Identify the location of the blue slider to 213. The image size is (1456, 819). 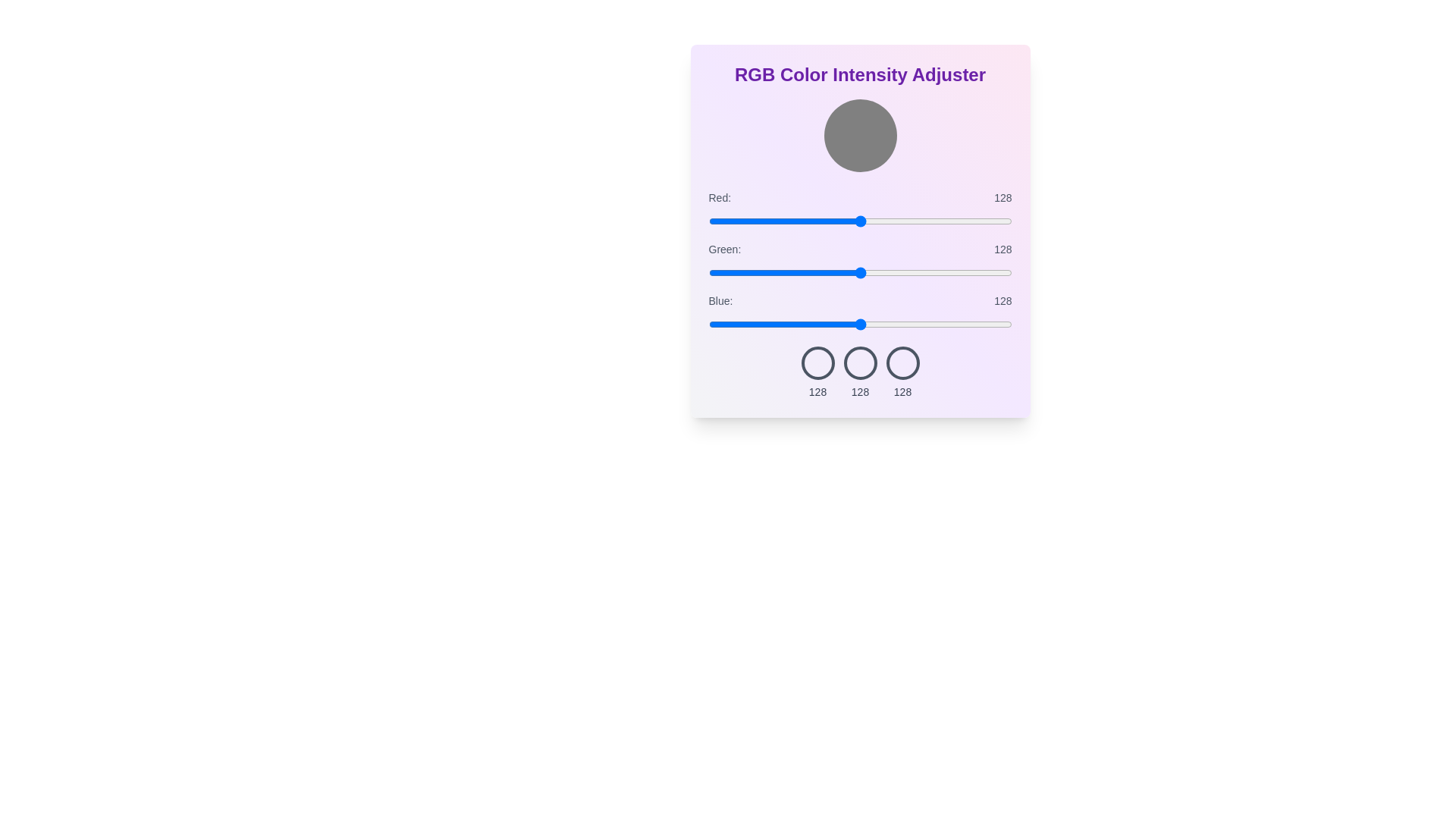
(961, 324).